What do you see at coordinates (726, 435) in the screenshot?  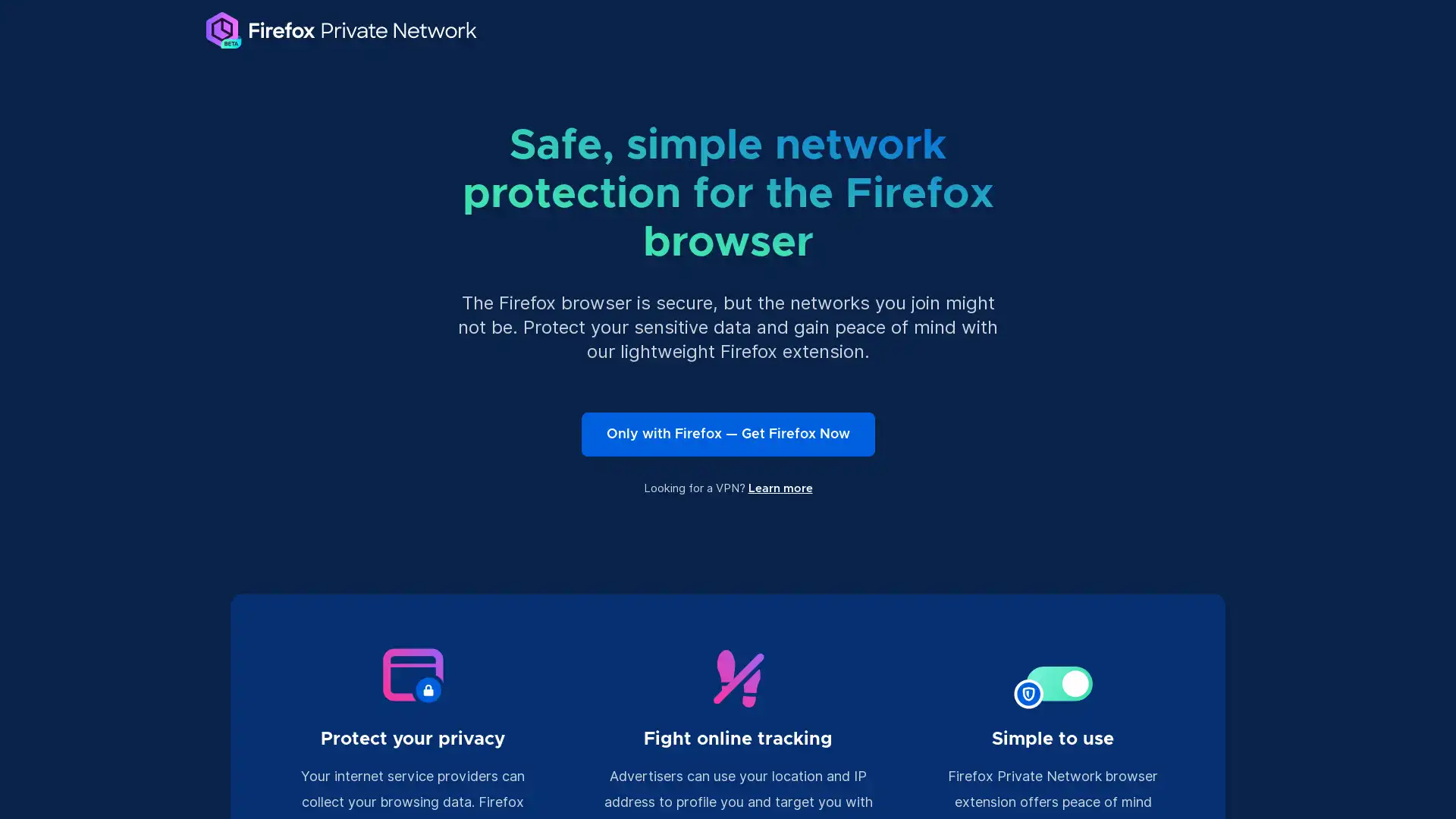 I see `Only with Firefox  Get Firefox Now` at bounding box center [726, 435].